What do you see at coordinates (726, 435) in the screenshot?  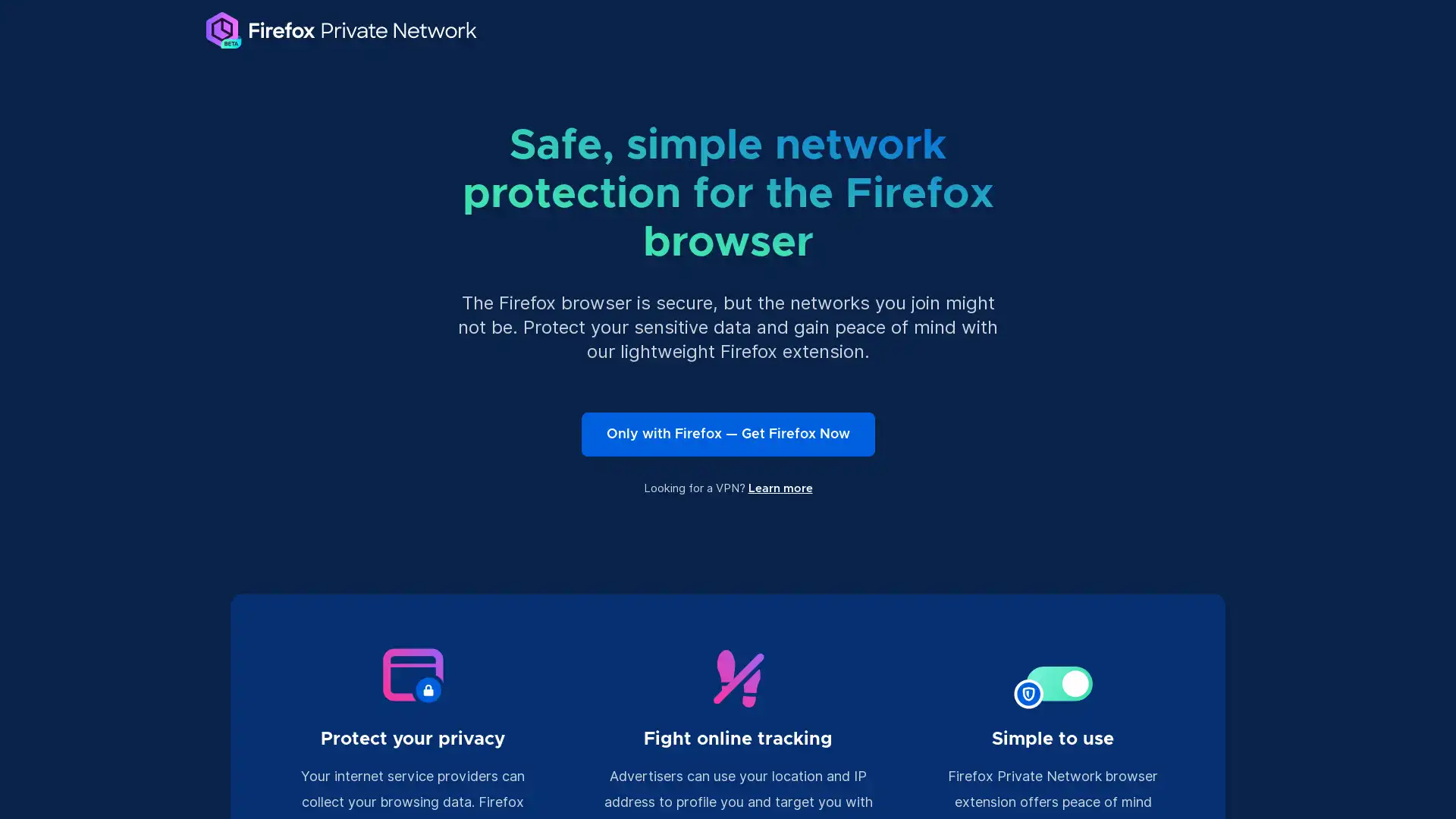 I see `Only with Firefox  Get Firefox Now` at bounding box center [726, 435].